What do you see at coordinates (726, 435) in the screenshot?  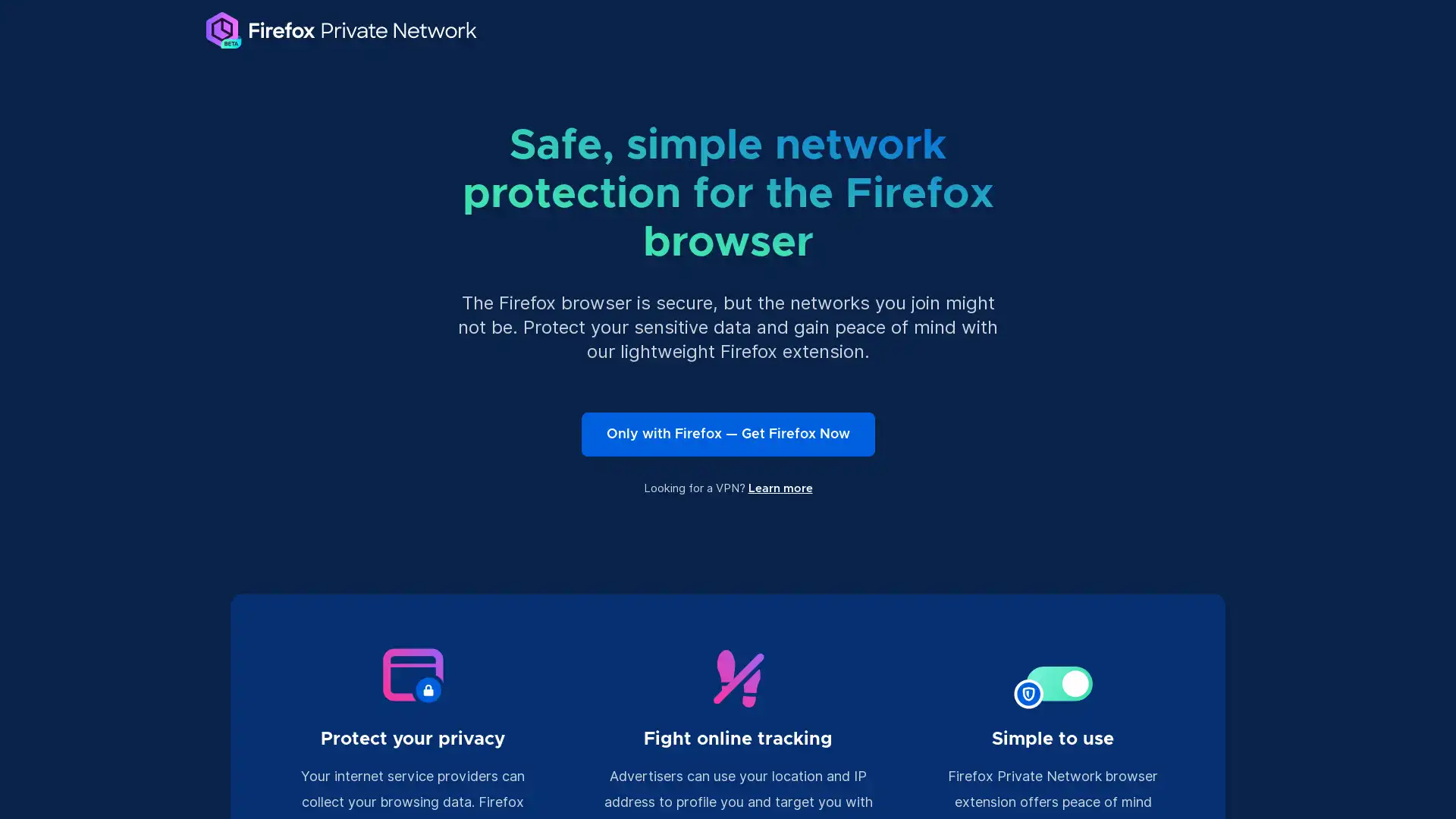 I see `Only with Firefox  Get Firefox Now` at bounding box center [726, 435].